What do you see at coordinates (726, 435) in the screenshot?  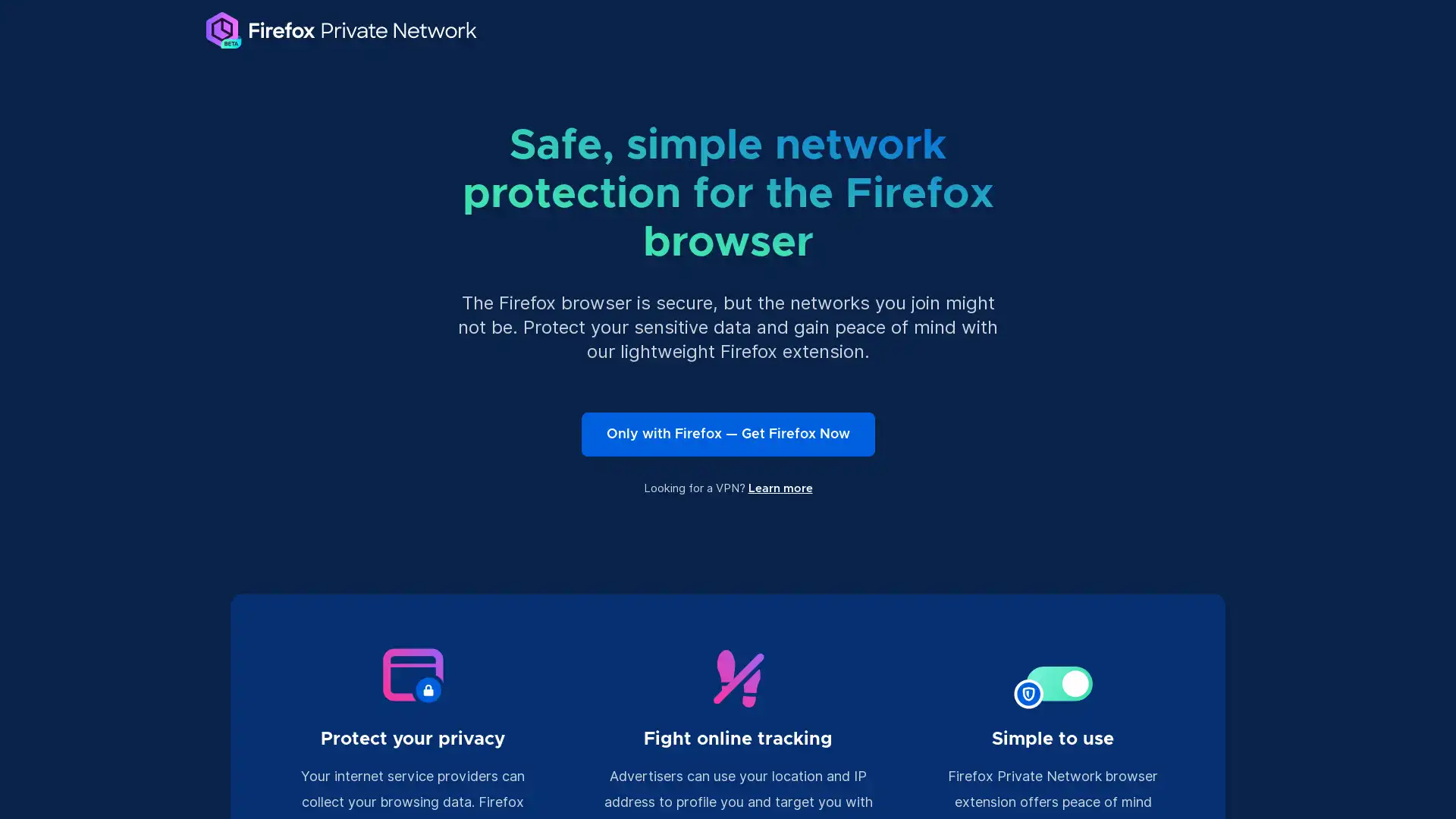 I see `Only with Firefox  Get Firefox Now` at bounding box center [726, 435].